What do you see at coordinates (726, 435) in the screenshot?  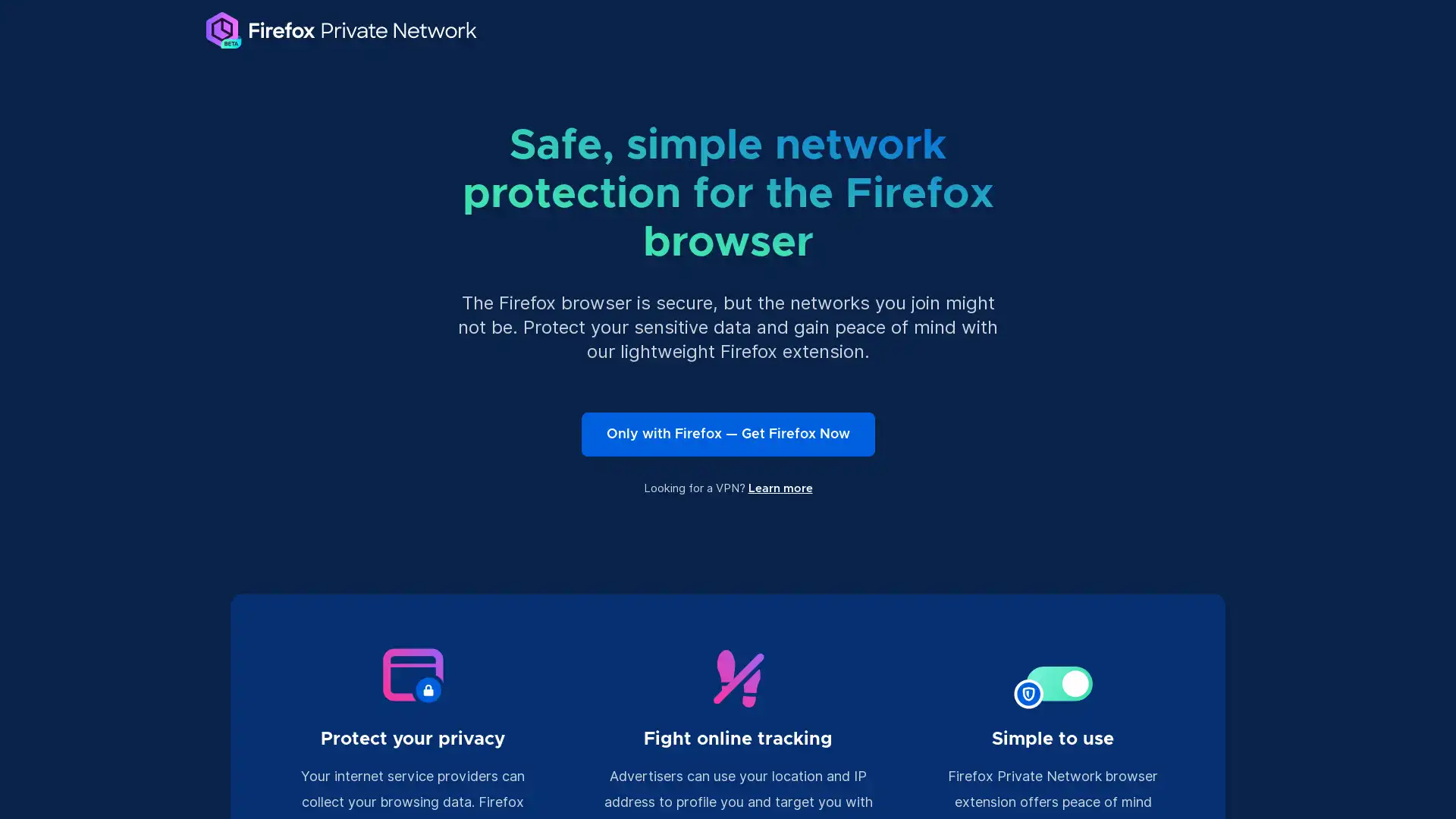 I see `Only with Firefox  Get Firefox Now` at bounding box center [726, 435].